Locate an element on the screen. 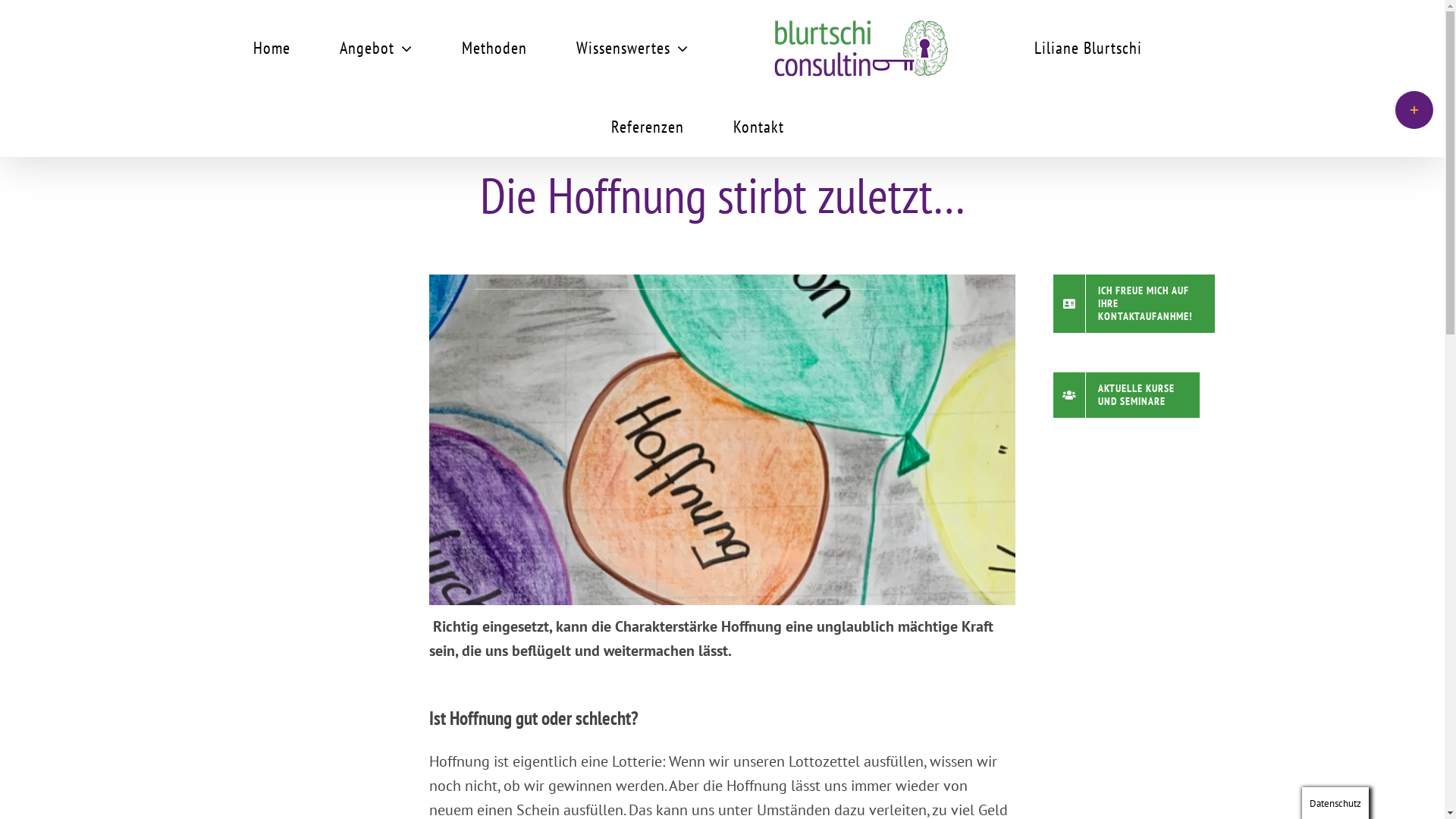  'Angebot' is located at coordinates (375, 45).